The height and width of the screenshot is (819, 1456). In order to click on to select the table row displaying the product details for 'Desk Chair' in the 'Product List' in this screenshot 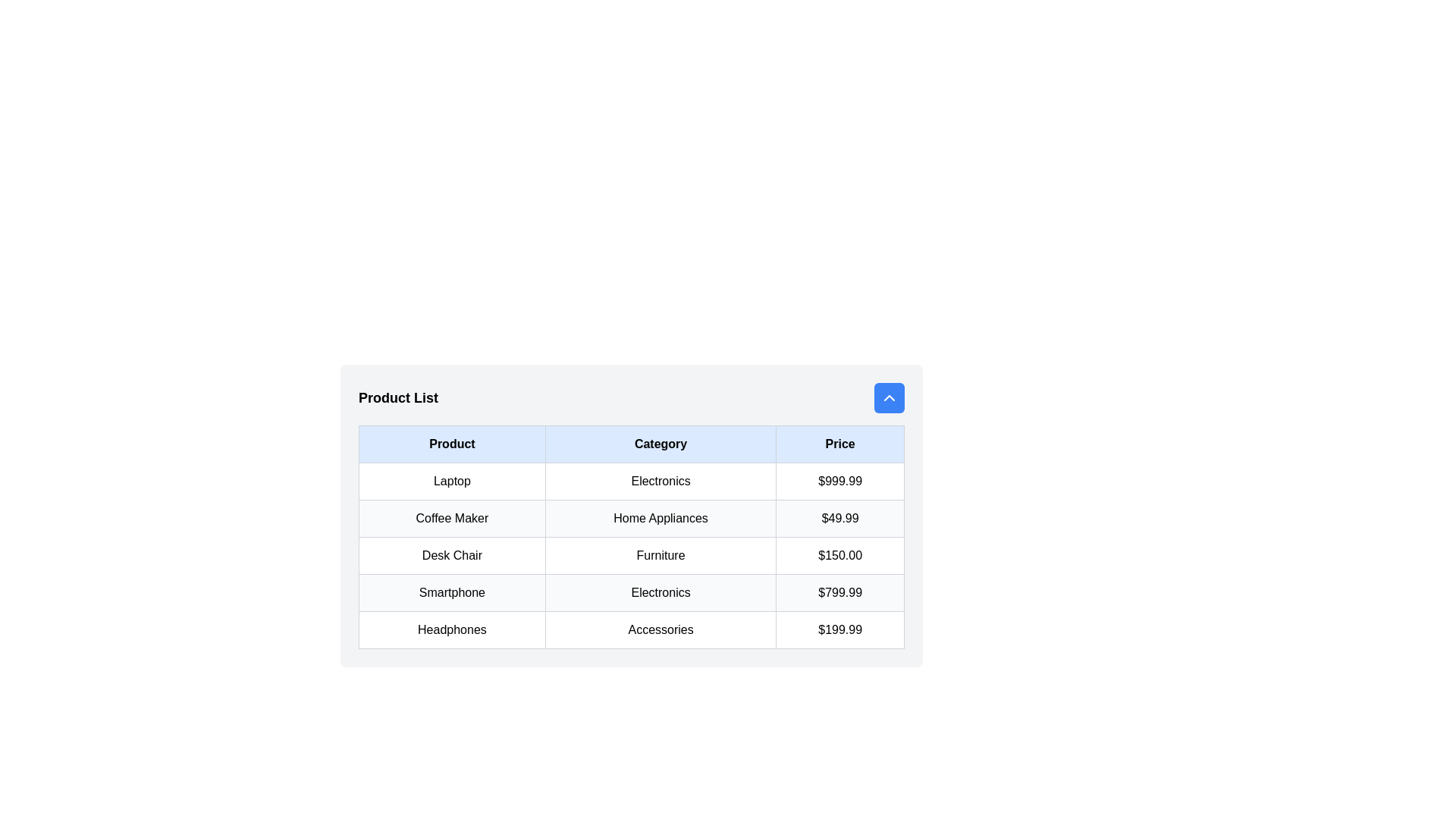, I will do `click(632, 555)`.